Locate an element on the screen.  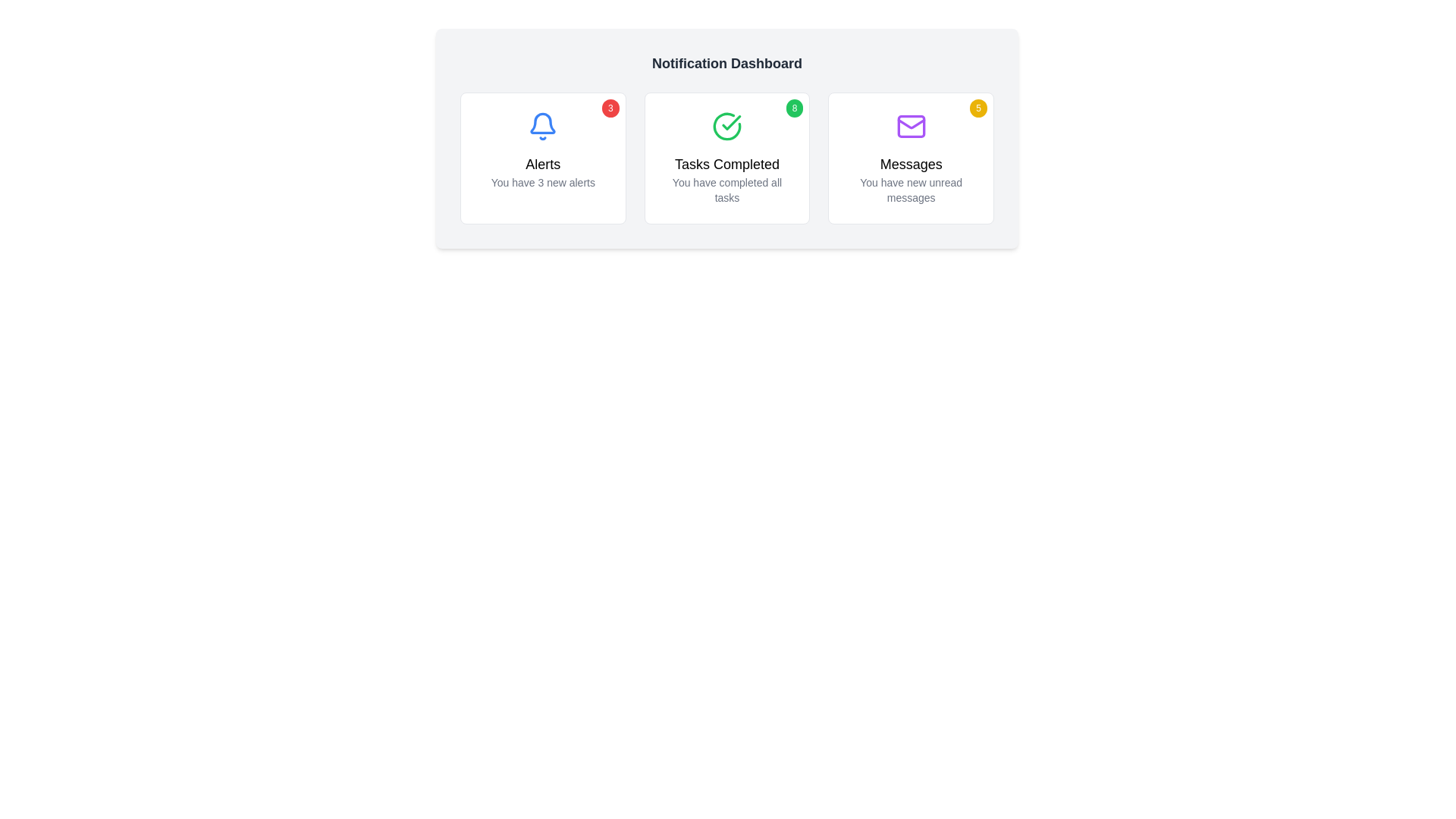
the alert notification icon located at the top of the 'Alerts' card in the 'Notification Dashboard', which indicates new alerts is located at coordinates (543, 122).